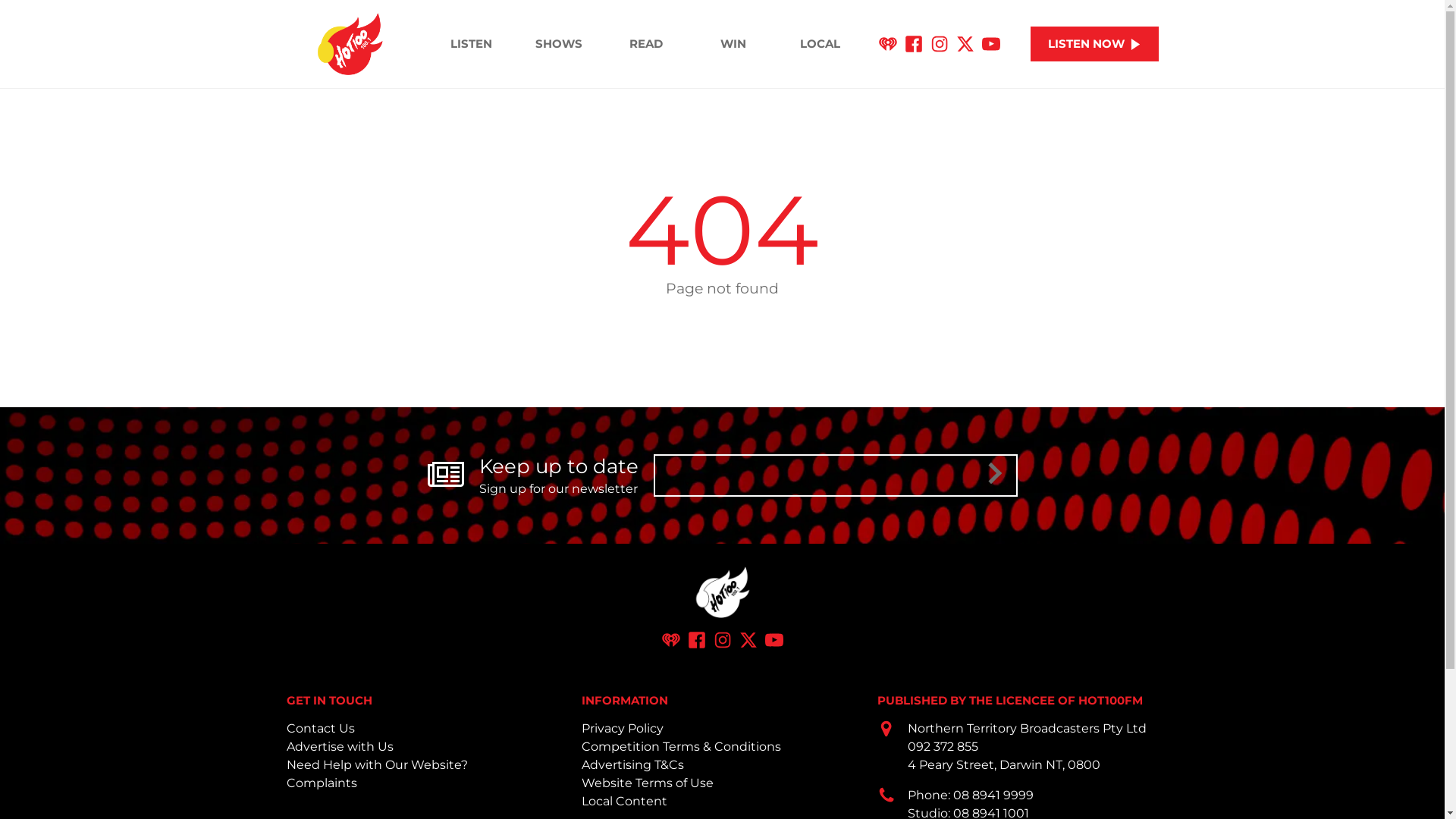 The height and width of the screenshot is (819, 1456). Describe the element at coordinates (339, 745) in the screenshot. I see `'Advertise with Us'` at that location.